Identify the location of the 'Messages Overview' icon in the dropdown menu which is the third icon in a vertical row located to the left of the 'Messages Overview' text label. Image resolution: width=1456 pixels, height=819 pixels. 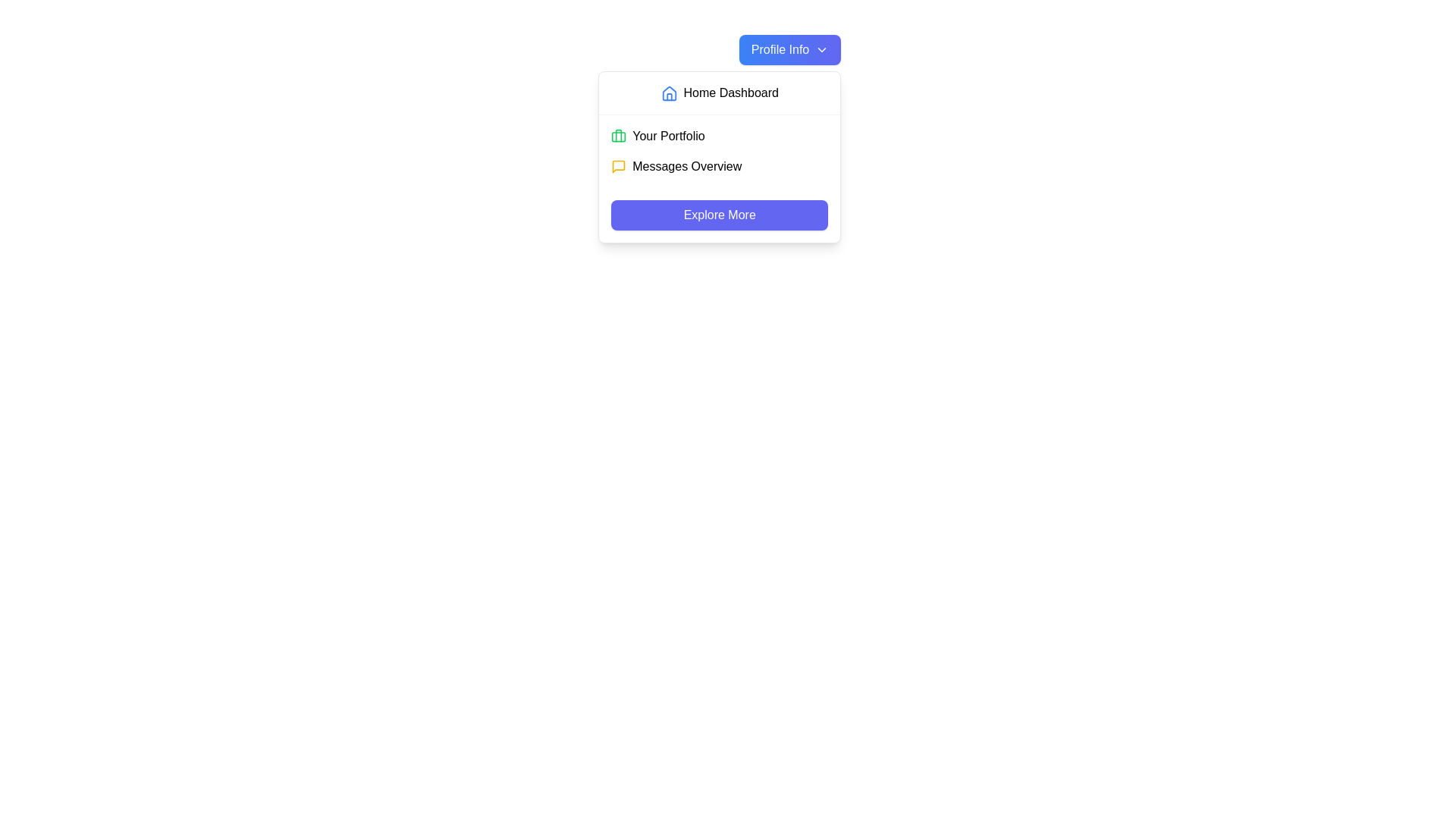
(619, 166).